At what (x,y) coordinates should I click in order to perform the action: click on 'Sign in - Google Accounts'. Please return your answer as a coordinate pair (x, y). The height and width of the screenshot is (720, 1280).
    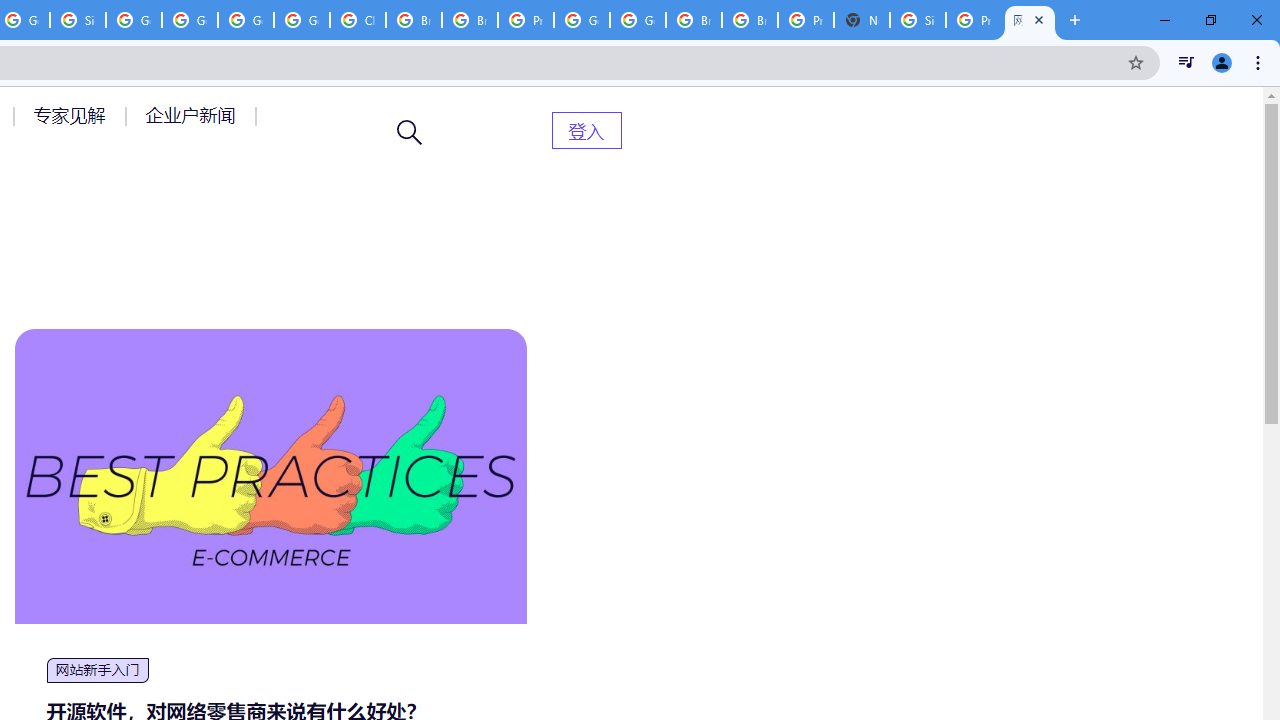
    Looking at the image, I should click on (916, 20).